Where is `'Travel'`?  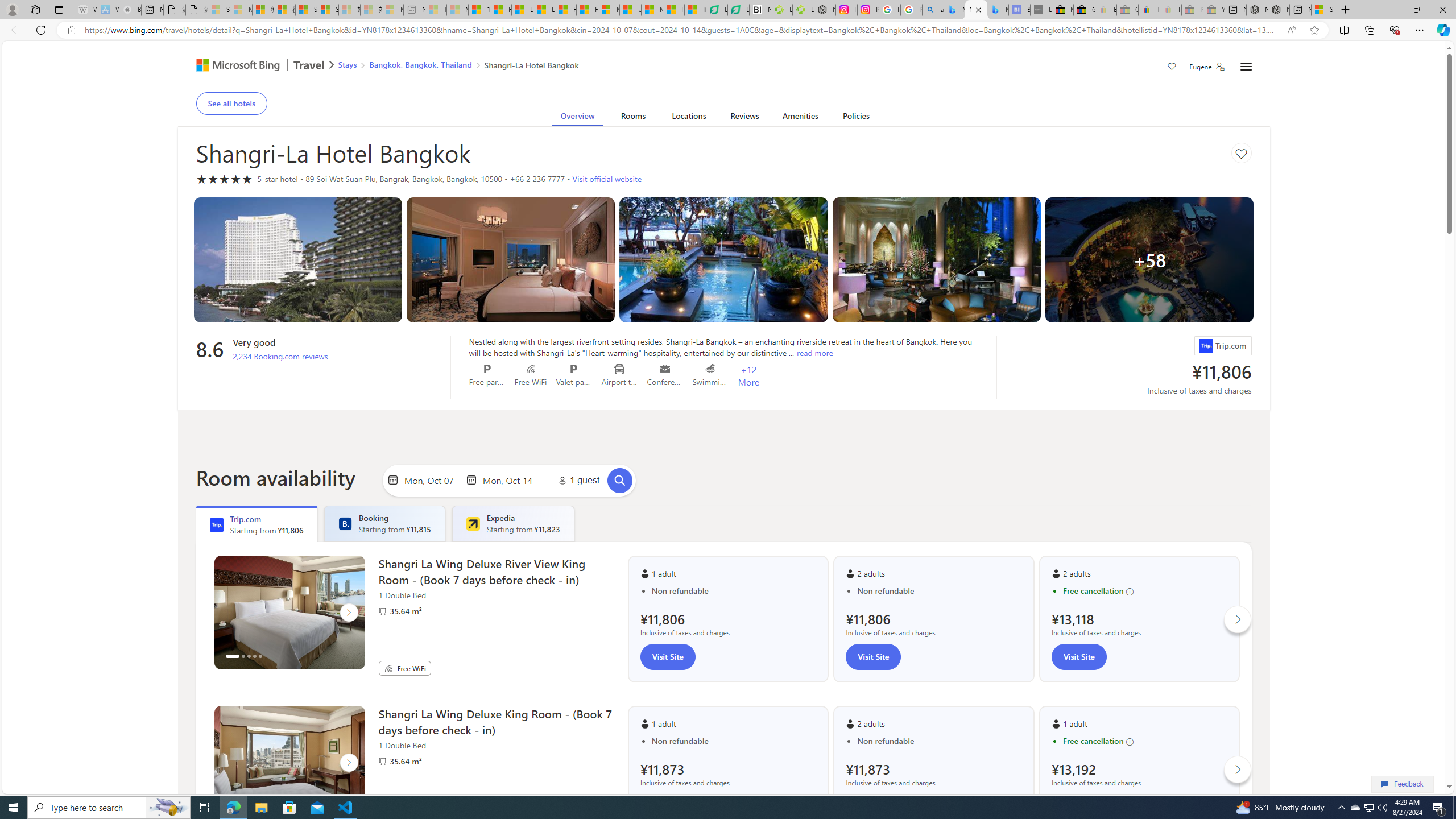 'Travel' is located at coordinates (309, 65).